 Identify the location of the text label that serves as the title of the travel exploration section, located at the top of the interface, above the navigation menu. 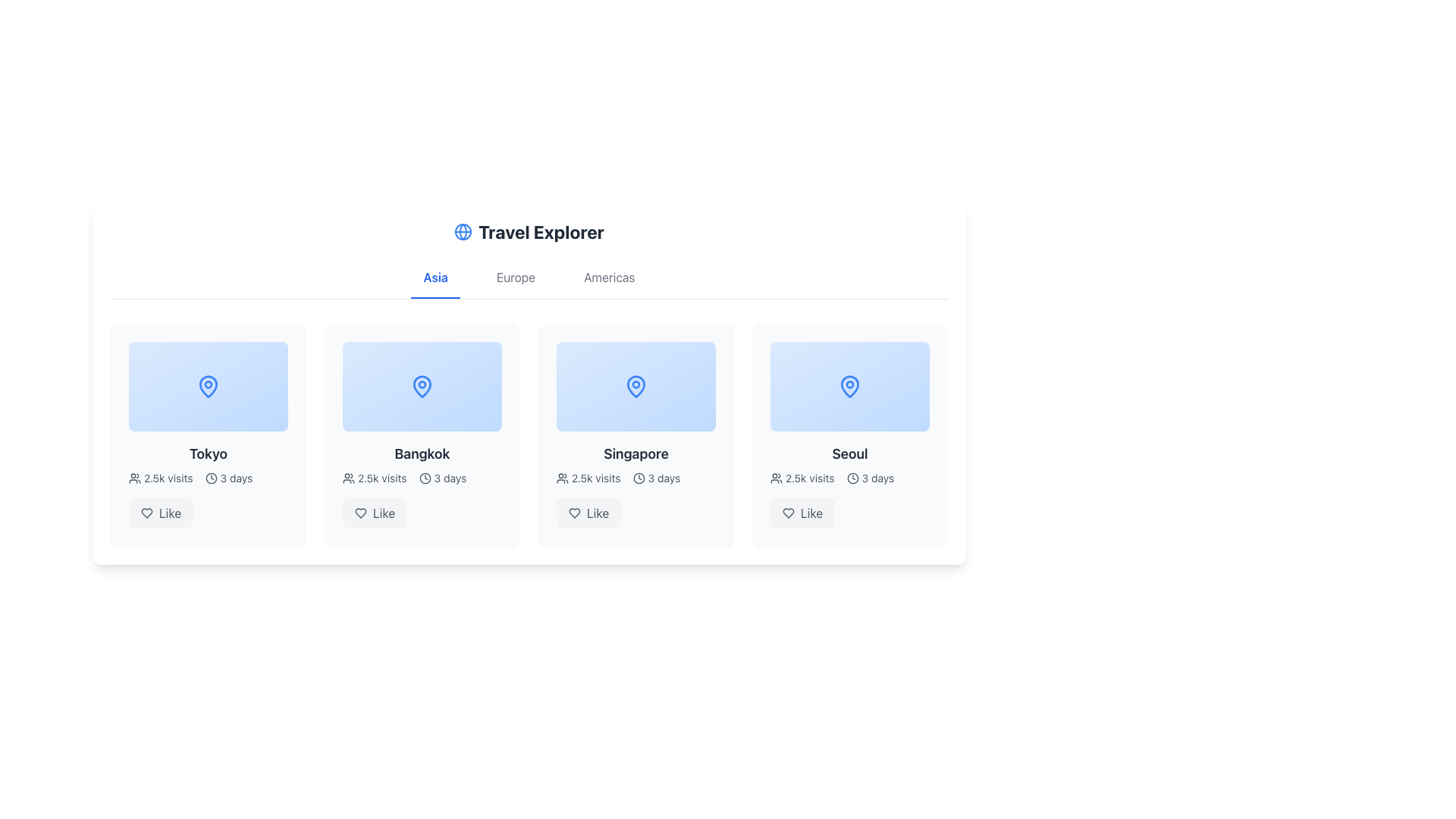
(541, 231).